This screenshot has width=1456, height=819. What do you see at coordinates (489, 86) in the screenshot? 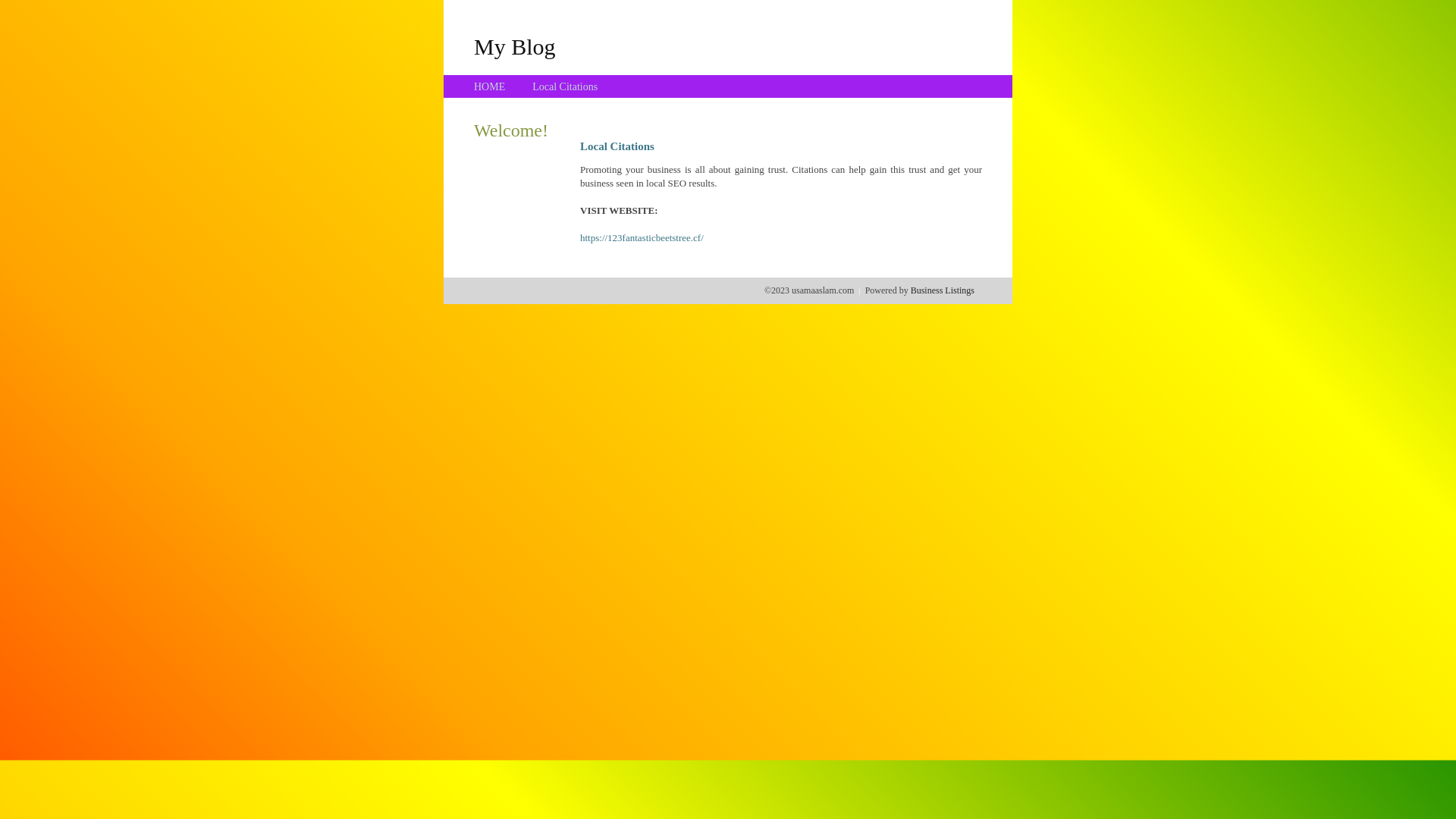
I see `'HOME'` at bounding box center [489, 86].